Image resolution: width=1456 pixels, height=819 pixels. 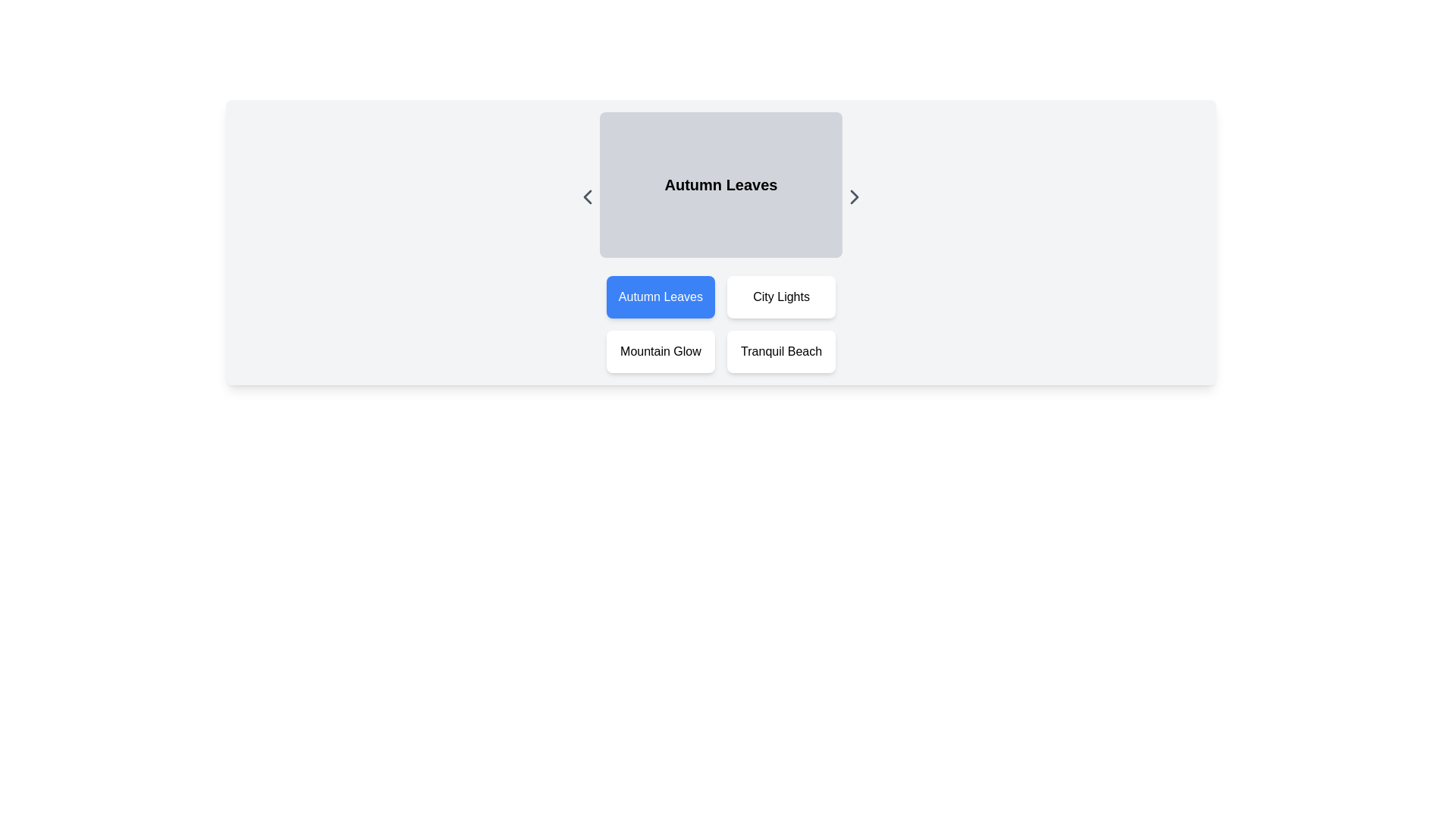 What do you see at coordinates (661, 297) in the screenshot?
I see `the button labeled 'Autumn Leaves' which is a vibrant blue rectangular button with rounded corners located in the top-left corner of the grid` at bounding box center [661, 297].